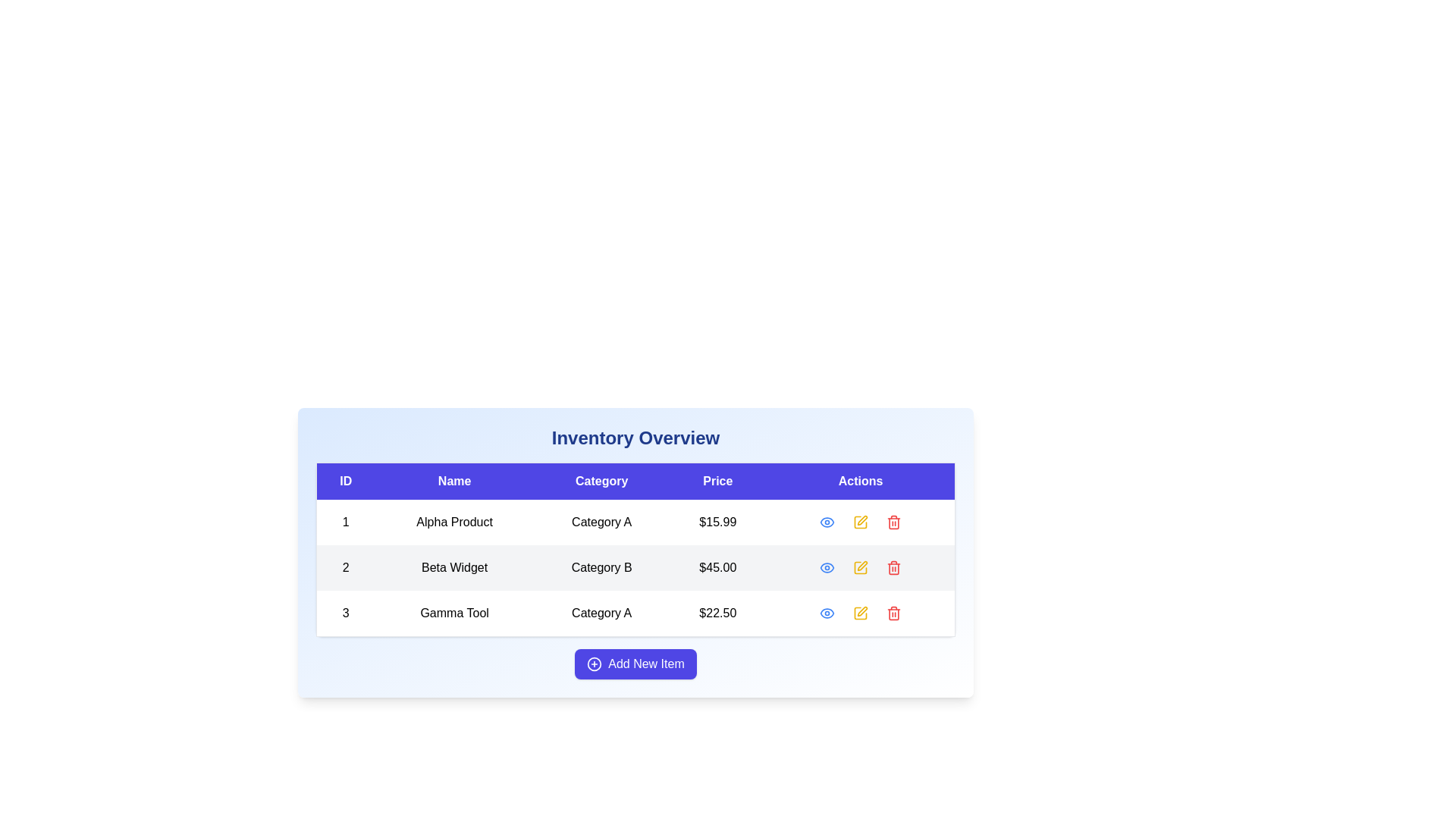  Describe the element at coordinates (861, 522) in the screenshot. I see `the edit icon button, which resembles a pen inside a square, located in the 'Actions' column of the second row of the inventory table` at that location.